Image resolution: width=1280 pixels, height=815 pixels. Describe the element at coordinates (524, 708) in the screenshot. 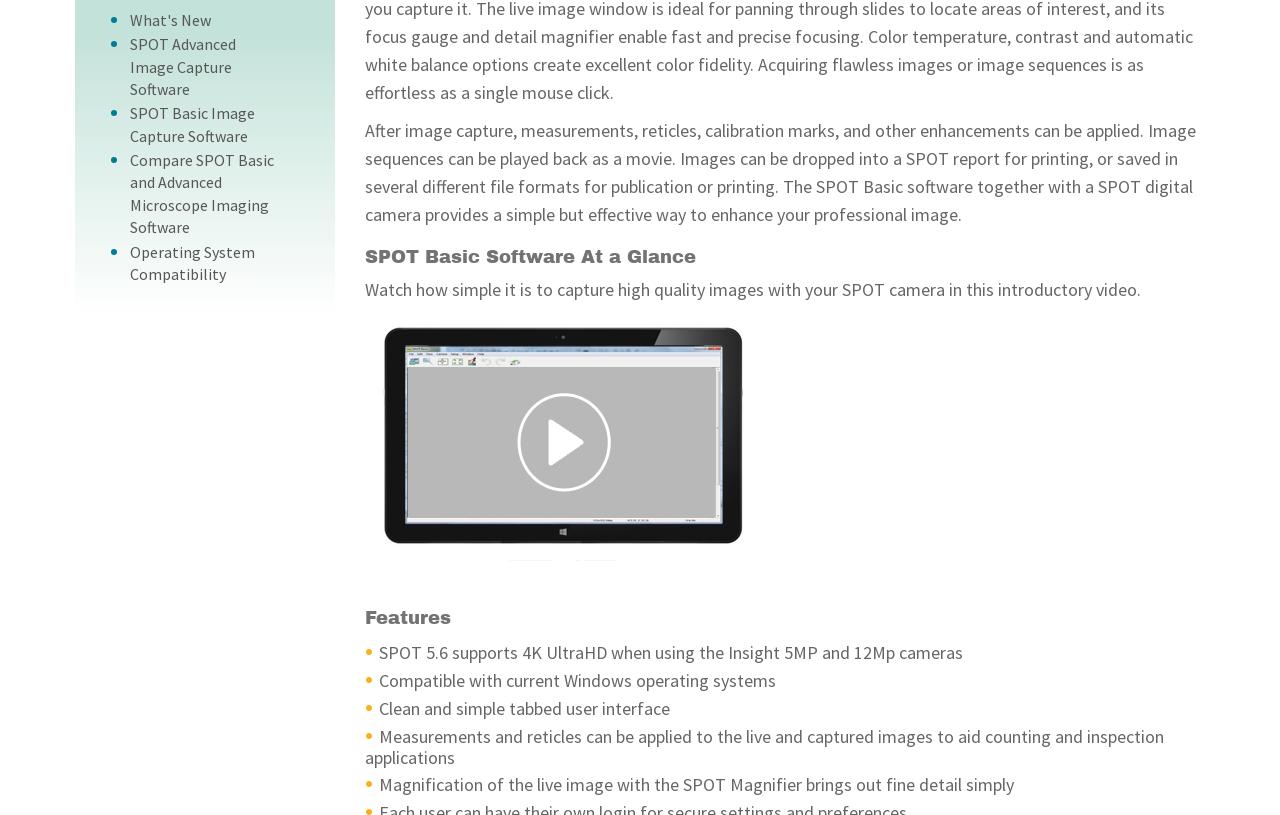

I see `'Clean and simple tabbed user interface'` at that location.